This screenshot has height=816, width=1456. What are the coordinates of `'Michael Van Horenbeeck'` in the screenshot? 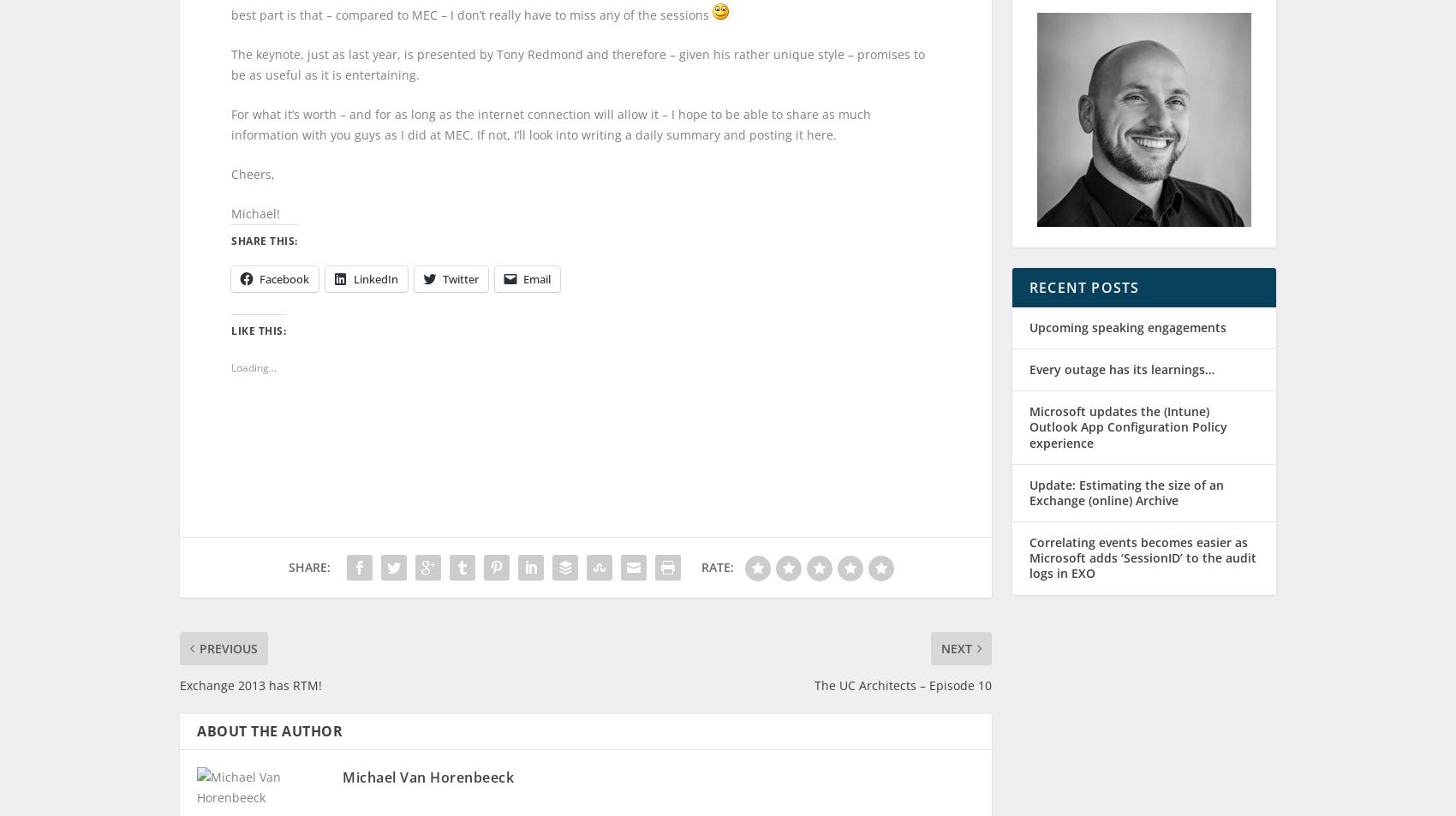 It's located at (427, 746).